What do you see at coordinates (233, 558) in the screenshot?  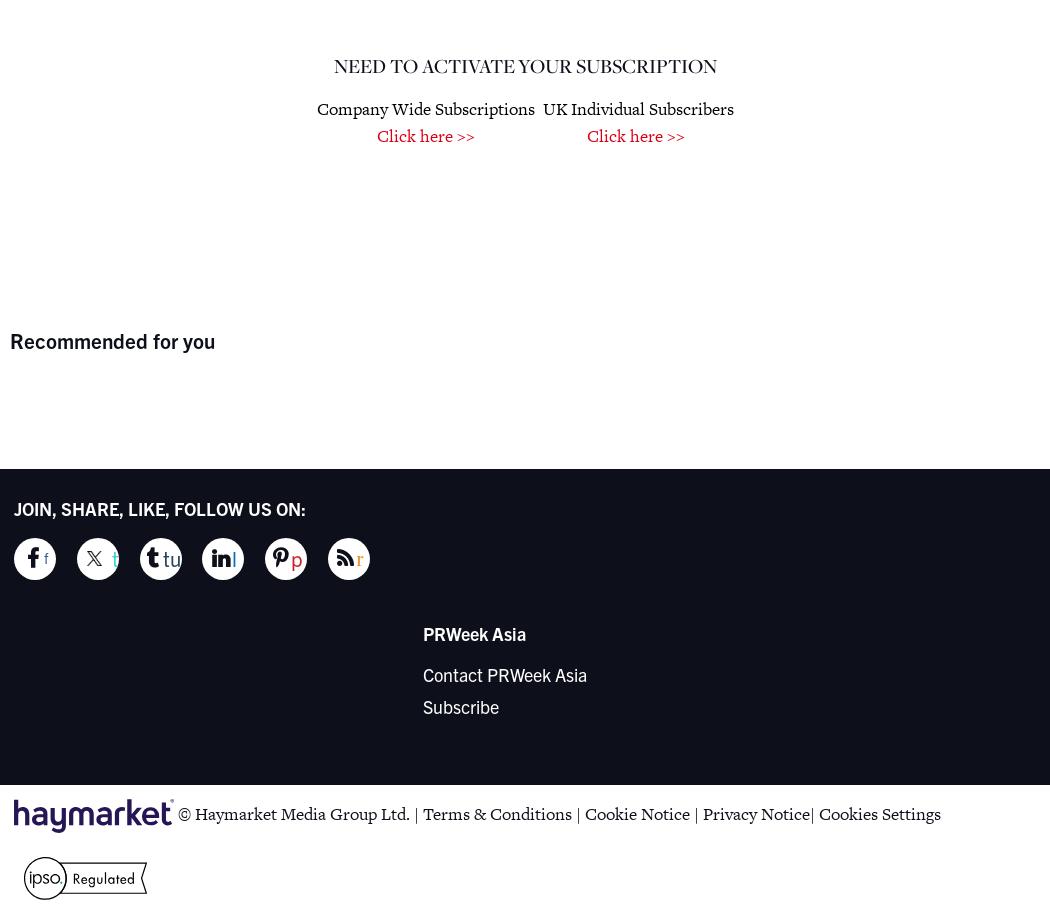 I see `'l'` at bounding box center [233, 558].